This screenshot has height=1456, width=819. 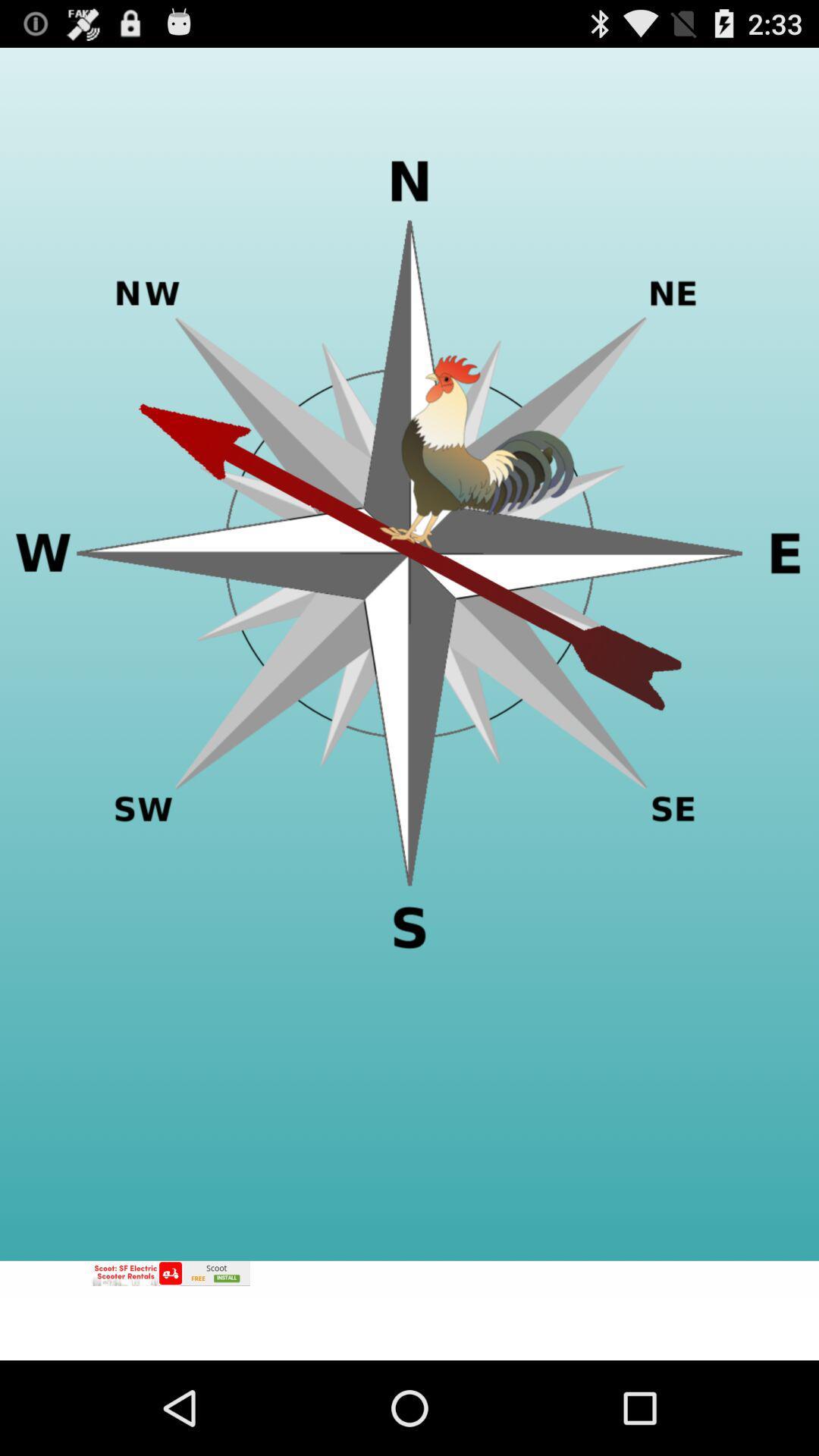 I want to click on advertisement banner would take off site, so click(x=409, y=1310).